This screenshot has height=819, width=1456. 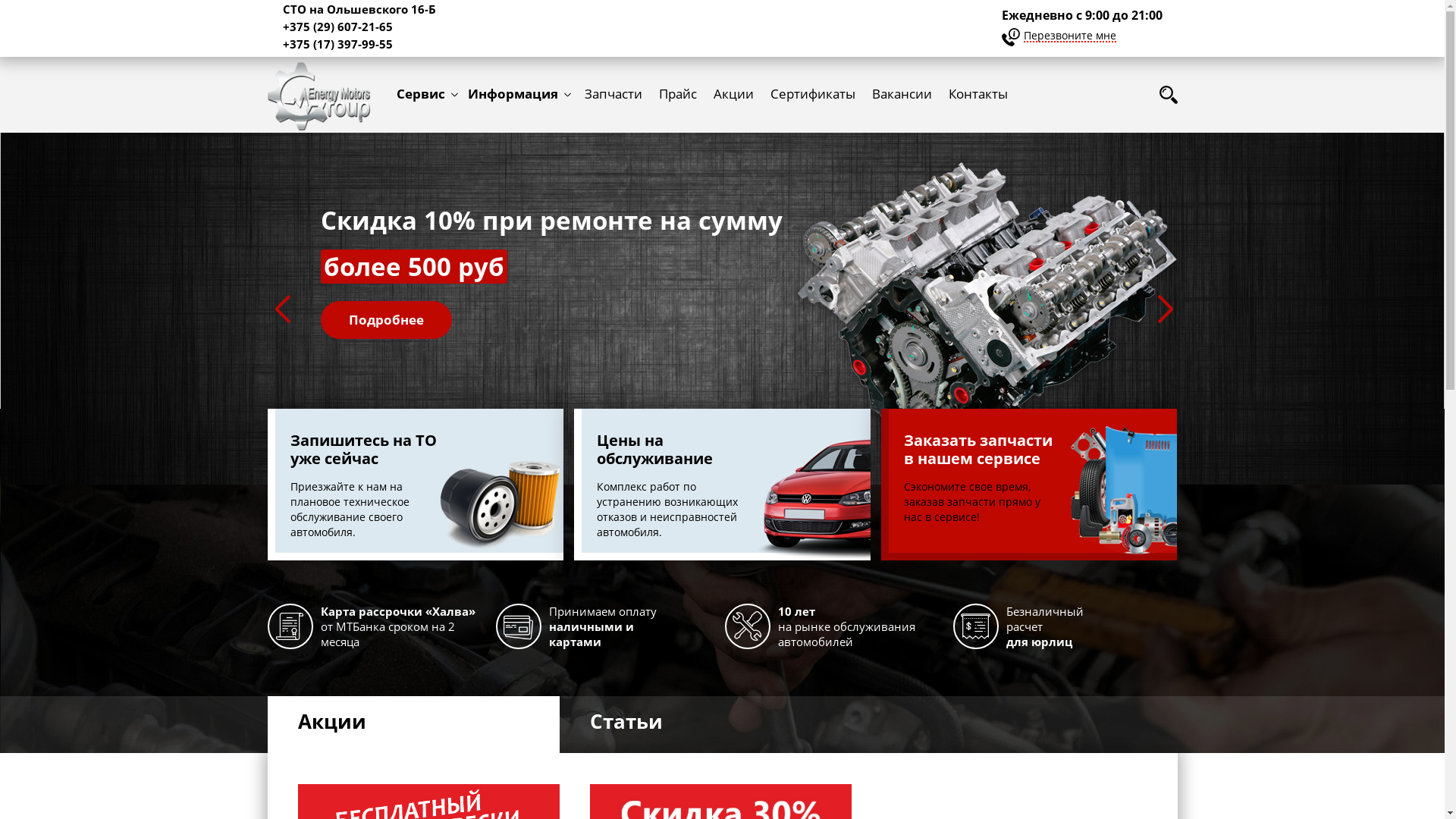 I want to click on '+375 (17) 397-99-55', so click(x=336, y=42).